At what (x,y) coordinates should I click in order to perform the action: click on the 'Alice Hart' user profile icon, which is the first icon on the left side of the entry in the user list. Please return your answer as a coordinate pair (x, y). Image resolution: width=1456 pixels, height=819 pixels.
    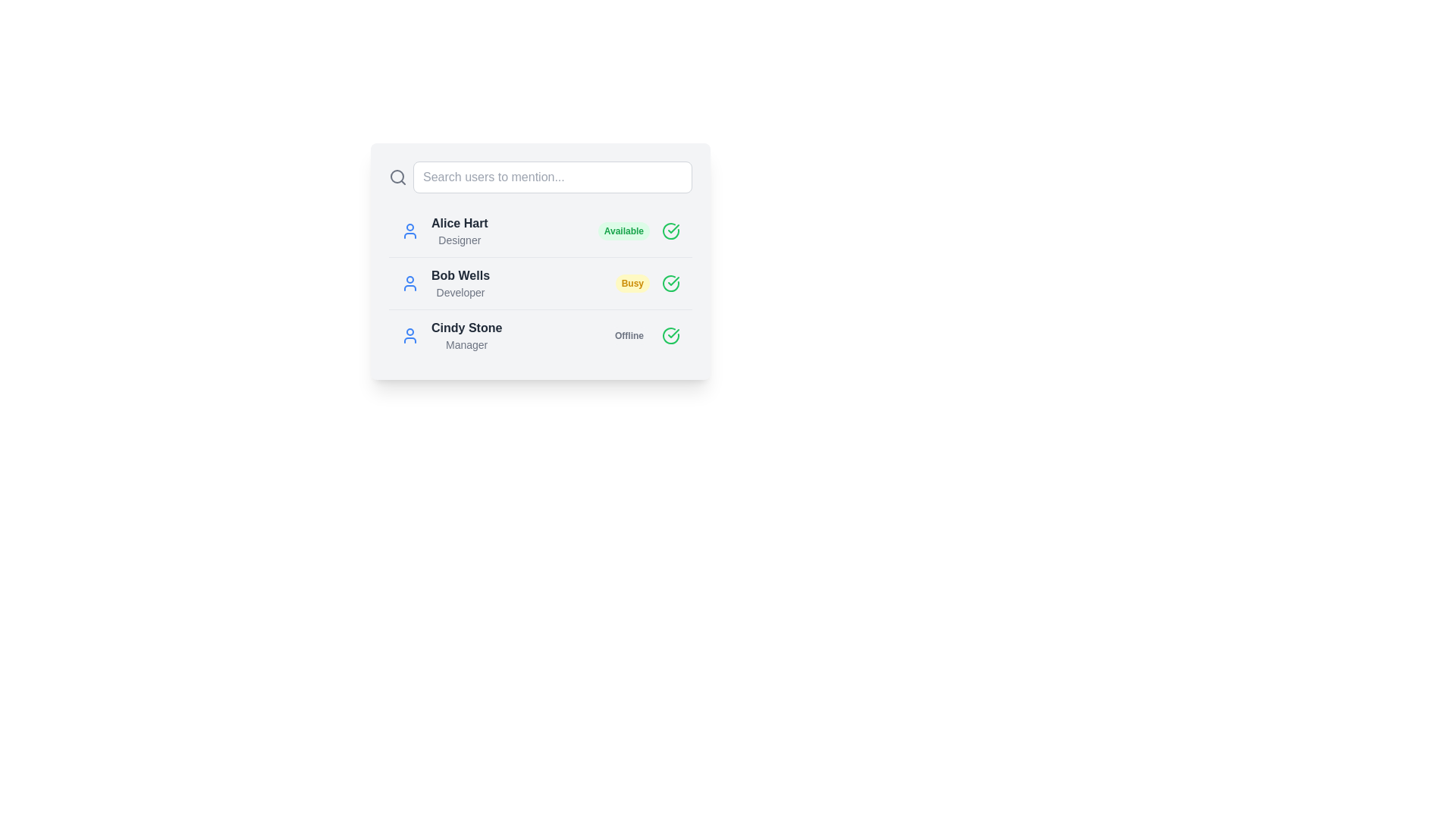
    Looking at the image, I should click on (410, 231).